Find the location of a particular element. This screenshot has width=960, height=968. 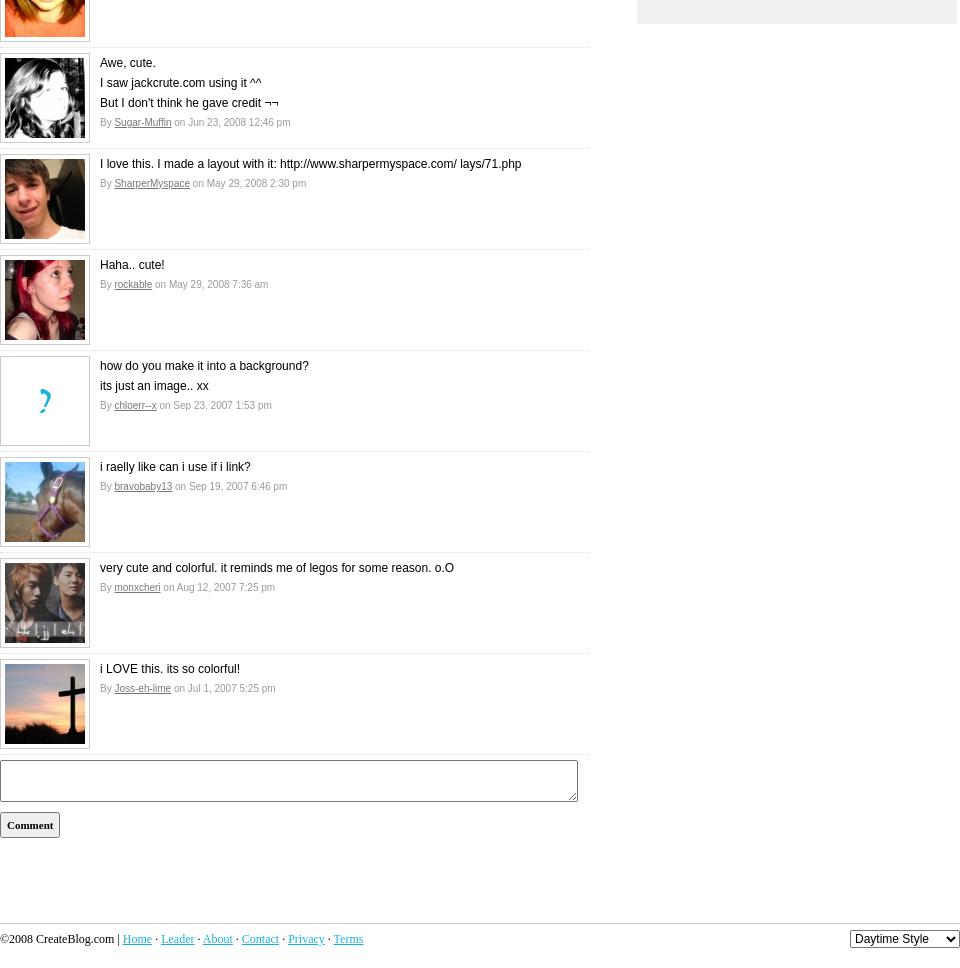

'Home' is located at coordinates (135, 937).